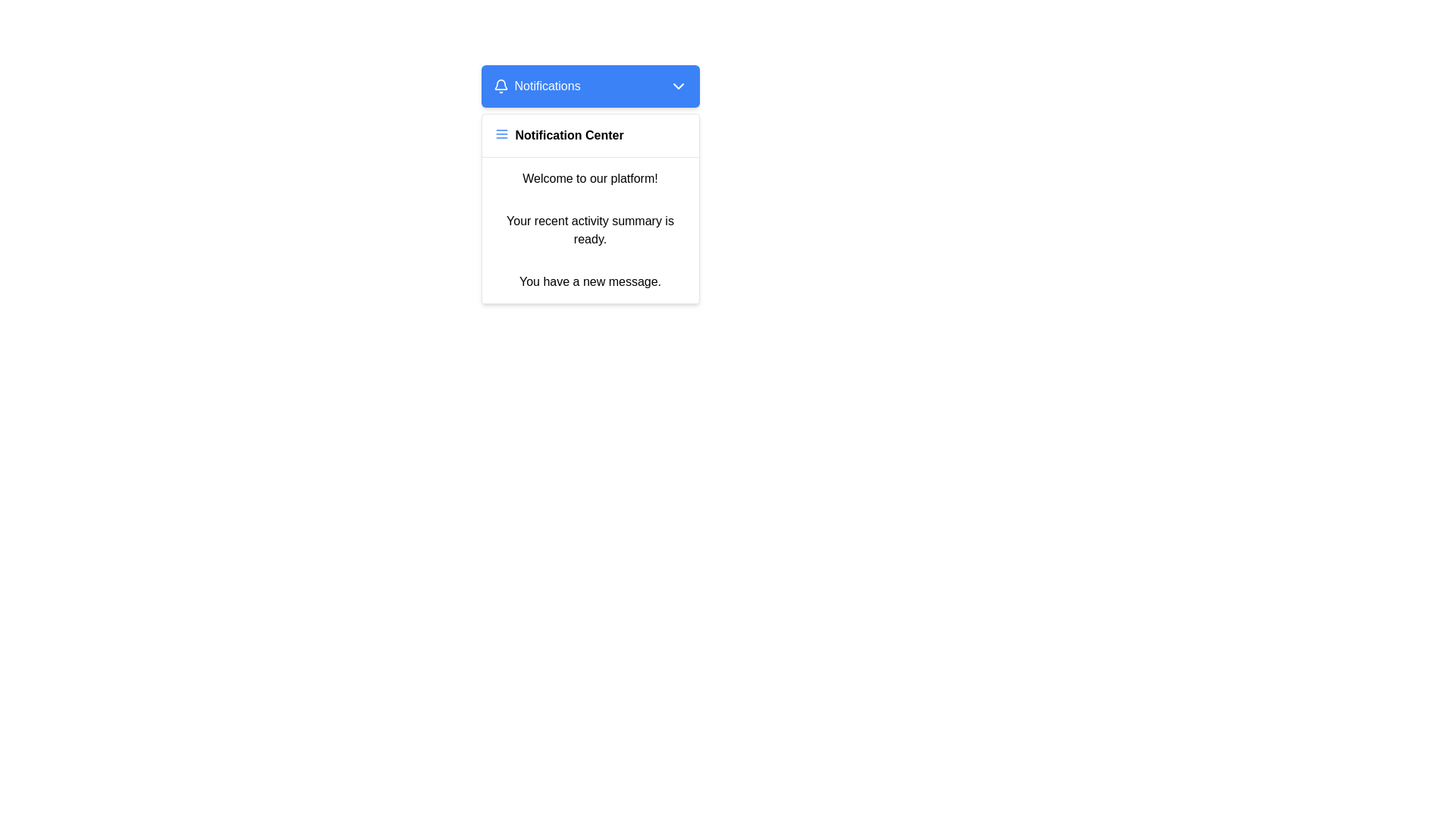 The image size is (1456, 819). What do you see at coordinates (501, 133) in the screenshot?
I see `the minimalistic blue icon with three horizontal lines located to the left of the 'Notification Center' text` at bounding box center [501, 133].